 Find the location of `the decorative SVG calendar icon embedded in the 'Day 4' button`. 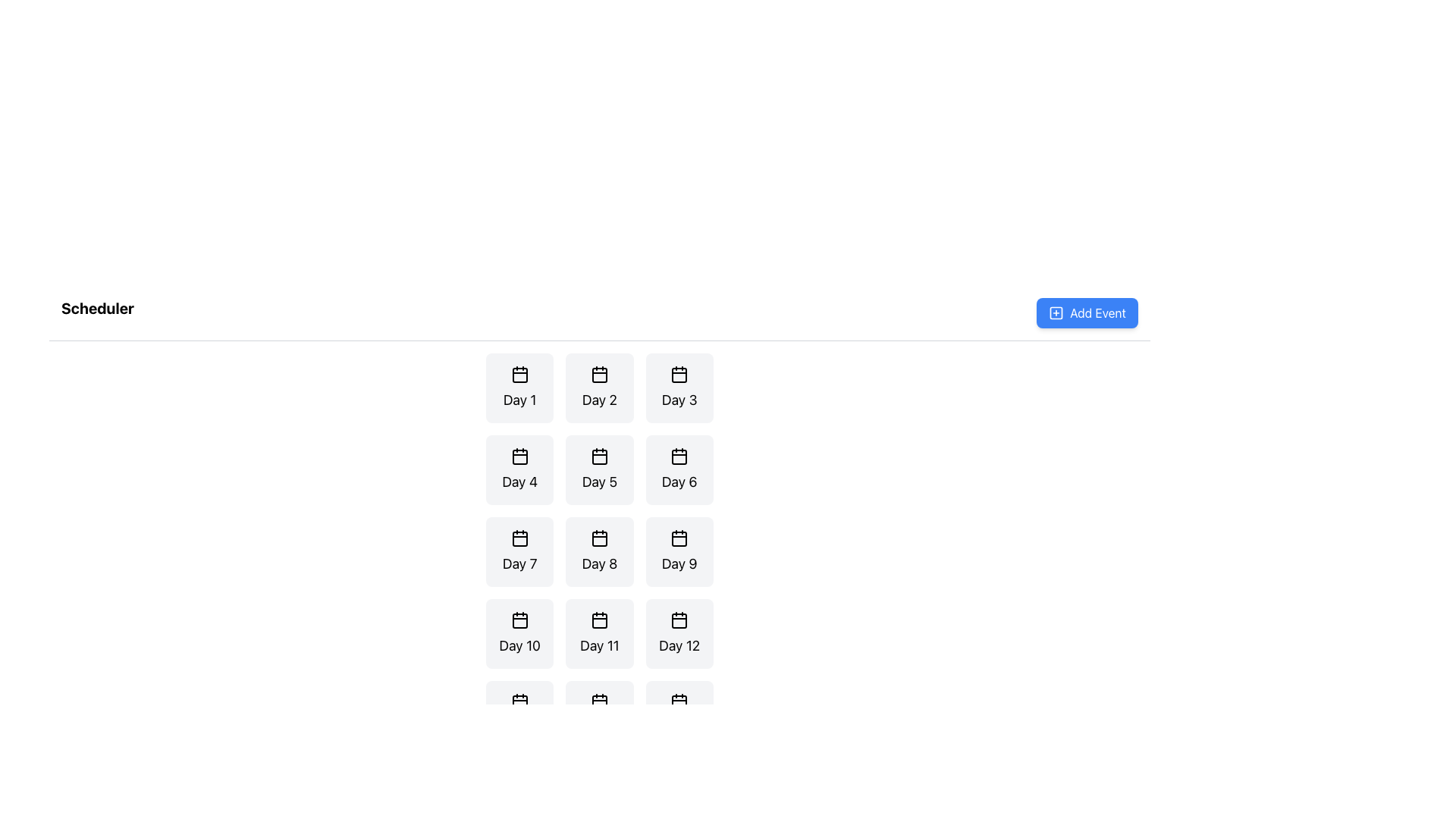

the decorative SVG calendar icon embedded in the 'Day 4' button is located at coordinates (519, 455).